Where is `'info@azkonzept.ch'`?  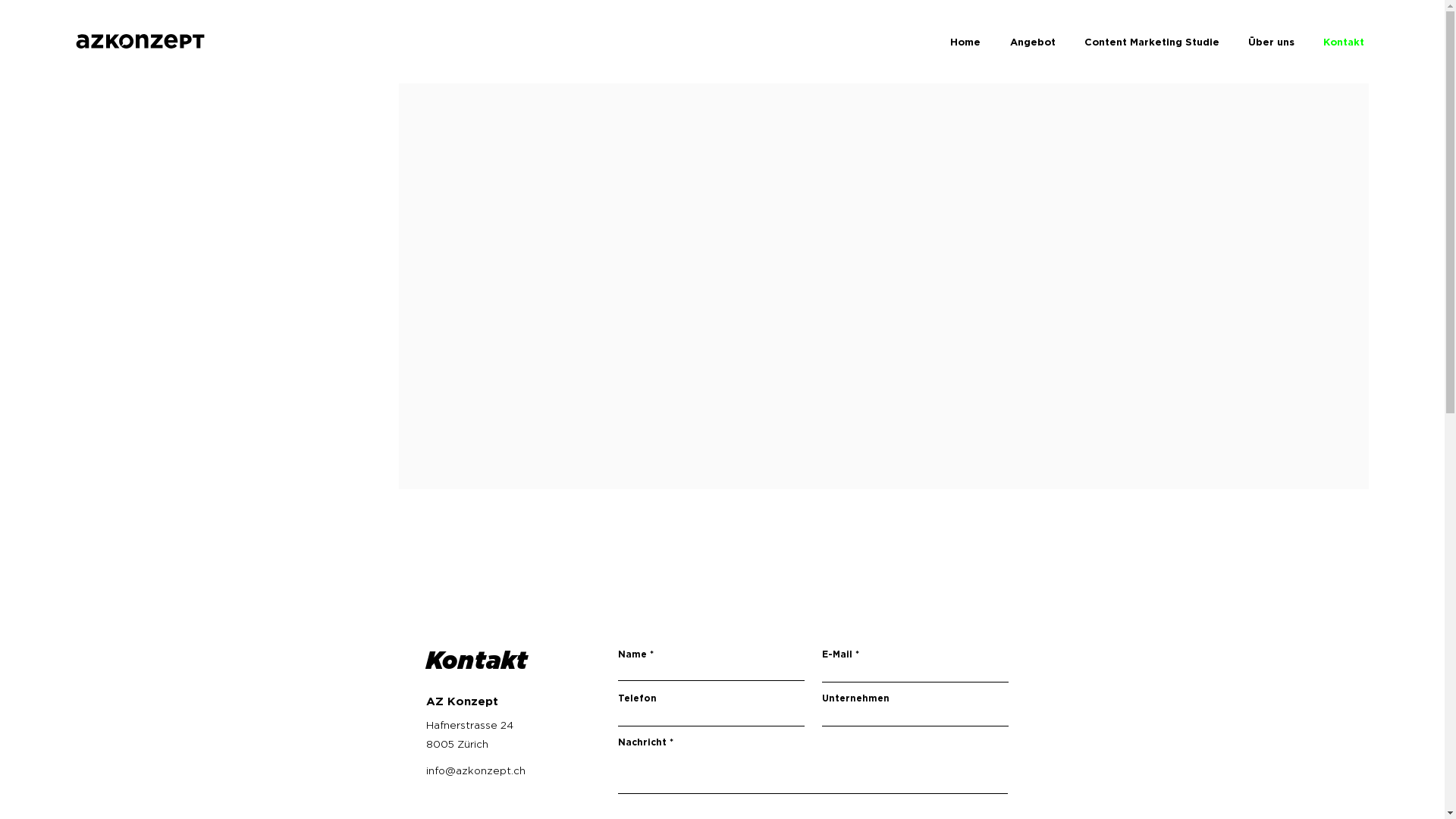
'info@azkonzept.ch' is located at coordinates (425, 770).